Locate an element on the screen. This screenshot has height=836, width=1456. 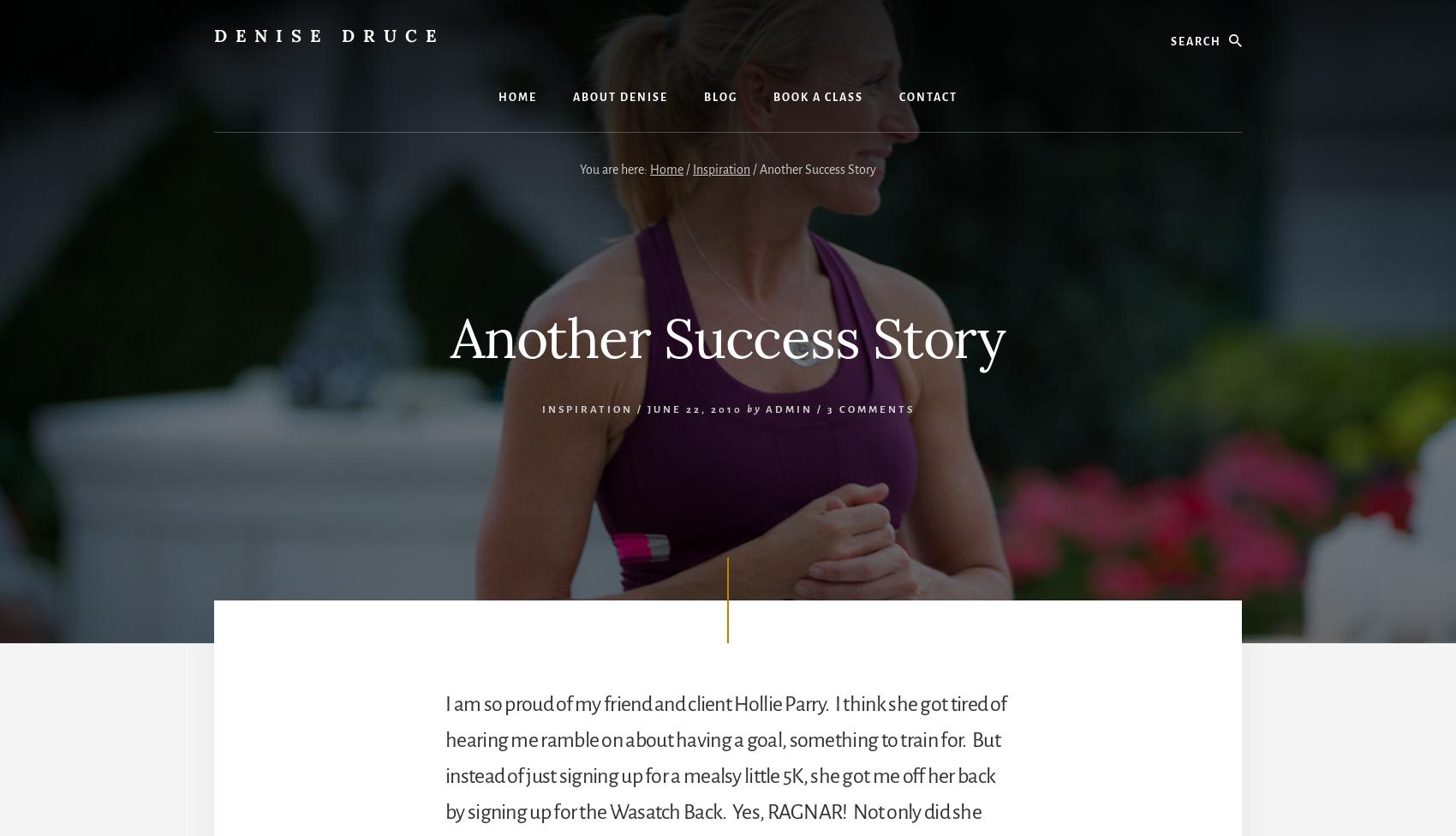
'Blog' is located at coordinates (719, 97).